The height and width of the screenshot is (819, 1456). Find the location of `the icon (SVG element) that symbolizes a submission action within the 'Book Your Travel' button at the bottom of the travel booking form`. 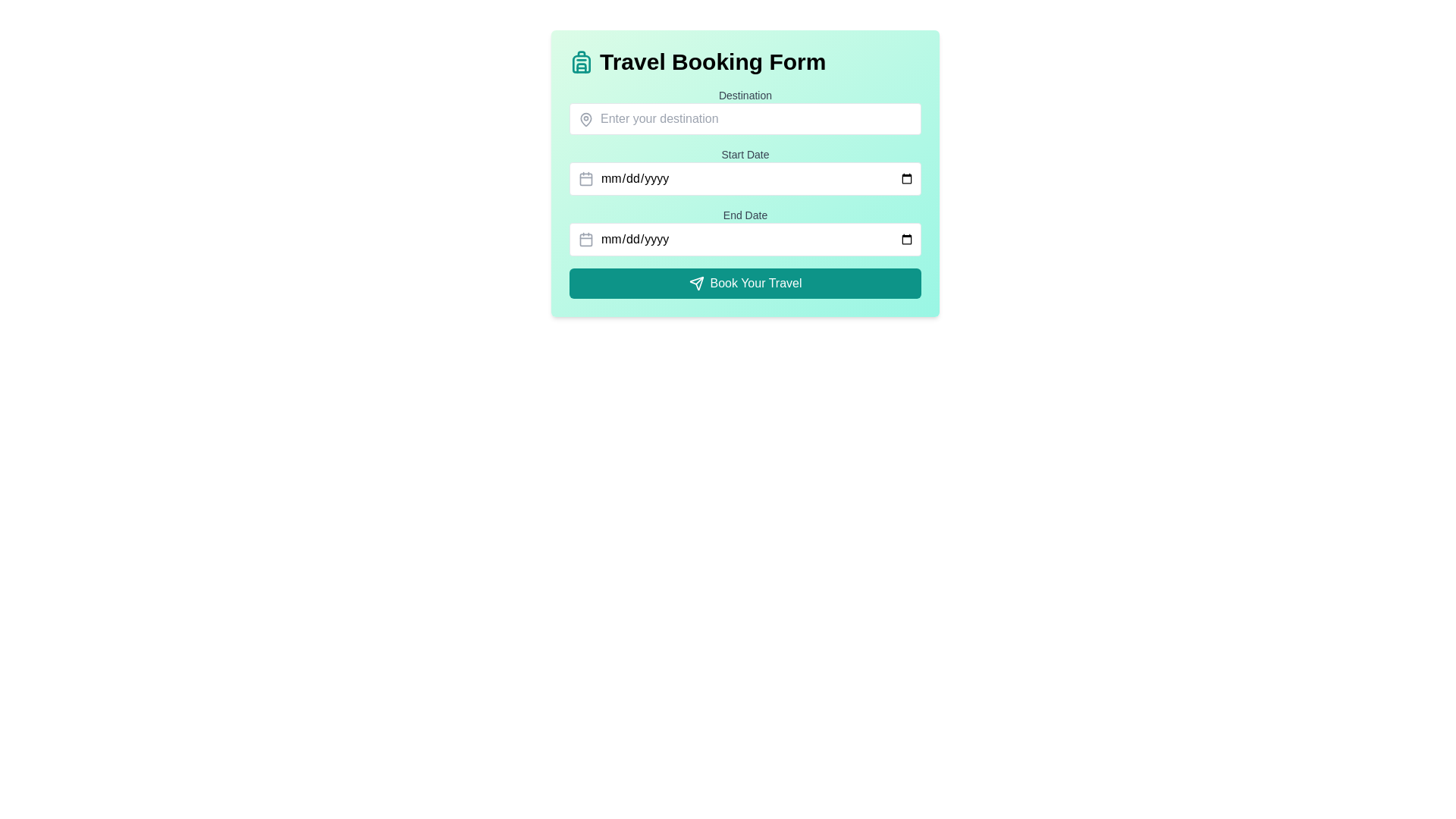

the icon (SVG element) that symbolizes a submission action within the 'Book Your Travel' button at the bottom of the travel booking form is located at coordinates (695, 284).